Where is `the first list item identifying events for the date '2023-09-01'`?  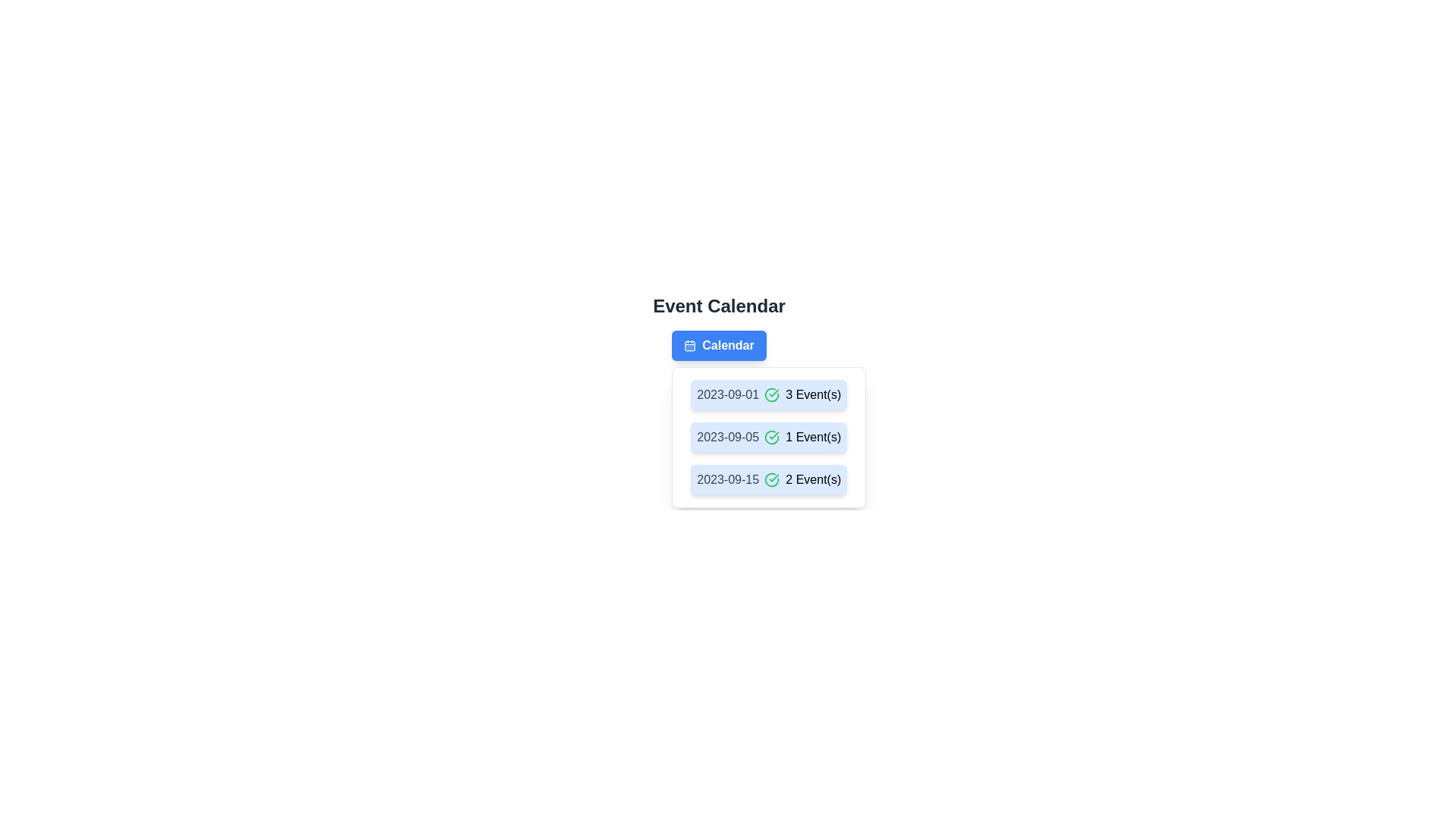 the first list item identifying events for the date '2023-09-01' is located at coordinates (769, 394).